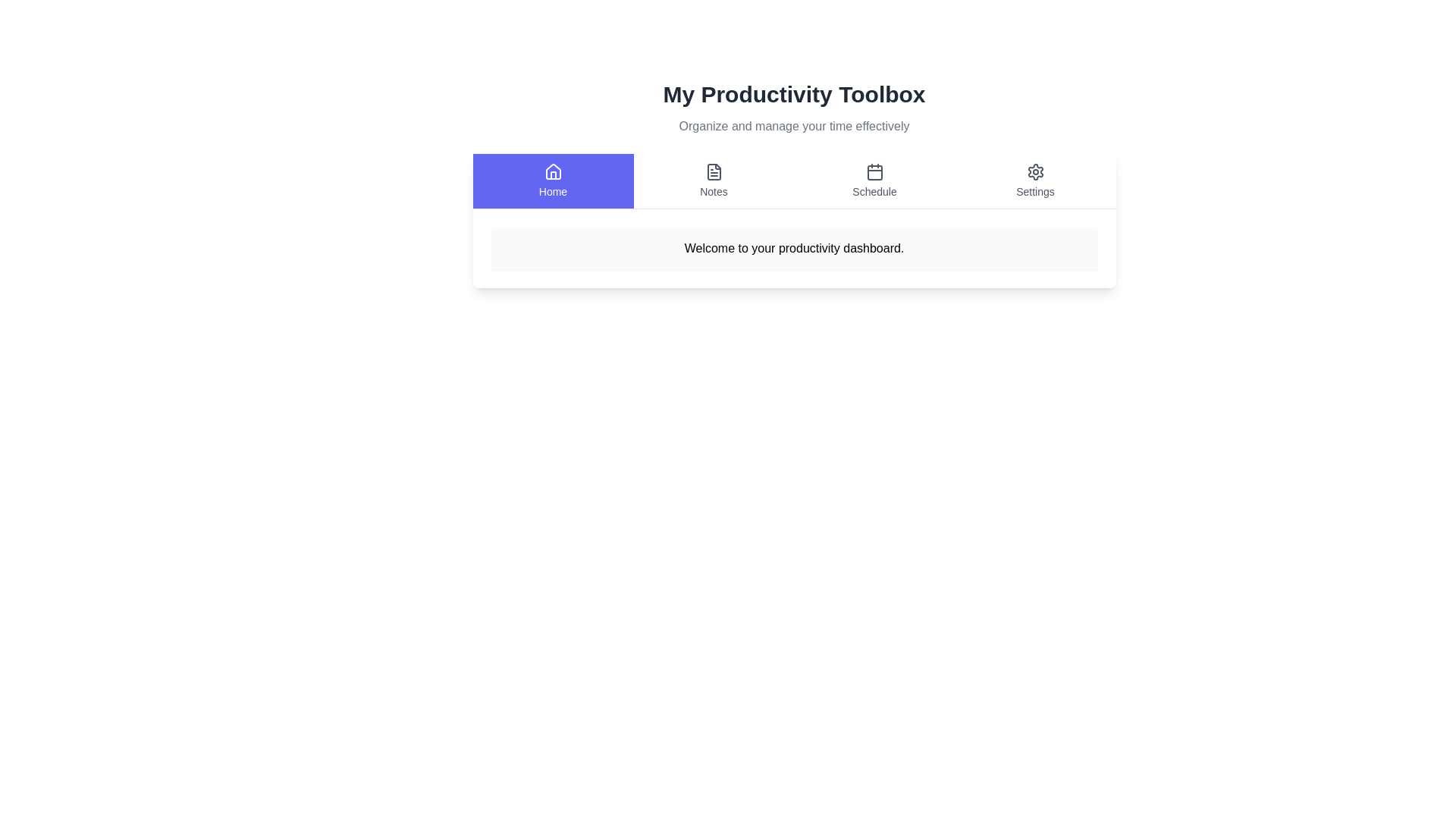 The image size is (1456, 819). I want to click on the 'Notes' text label, which is styled in a small text size and positioned below a document icon, so click(713, 191).